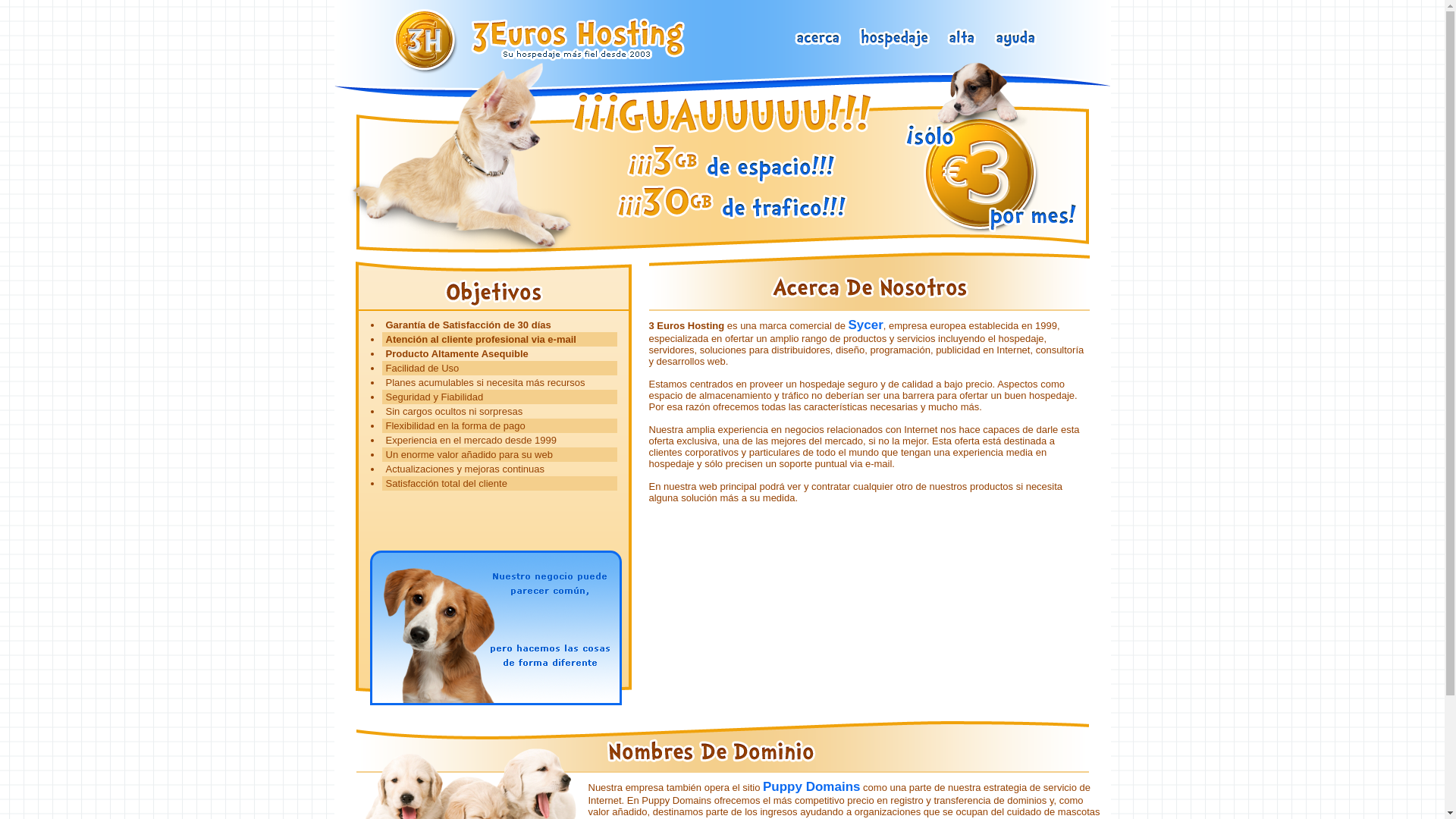 This screenshot has height=819, width=1456. Describe the element at coordinates (544, 40) in the screenshot. I see `'3 Euros Hosting Logo'` at that location.